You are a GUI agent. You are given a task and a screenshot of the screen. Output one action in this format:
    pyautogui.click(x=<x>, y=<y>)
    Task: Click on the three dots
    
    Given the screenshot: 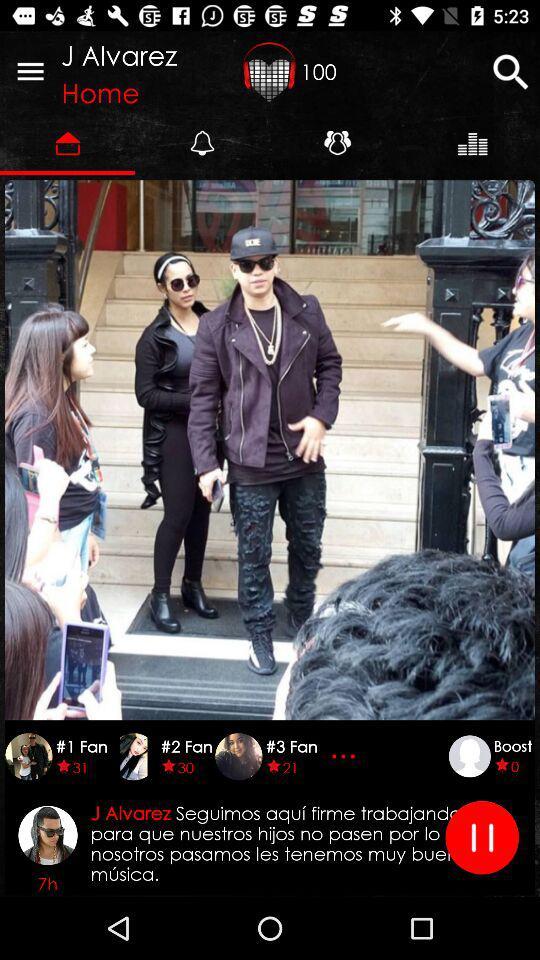 What is the action you would take?
    pyautogui.click(x=345, y=755)
    